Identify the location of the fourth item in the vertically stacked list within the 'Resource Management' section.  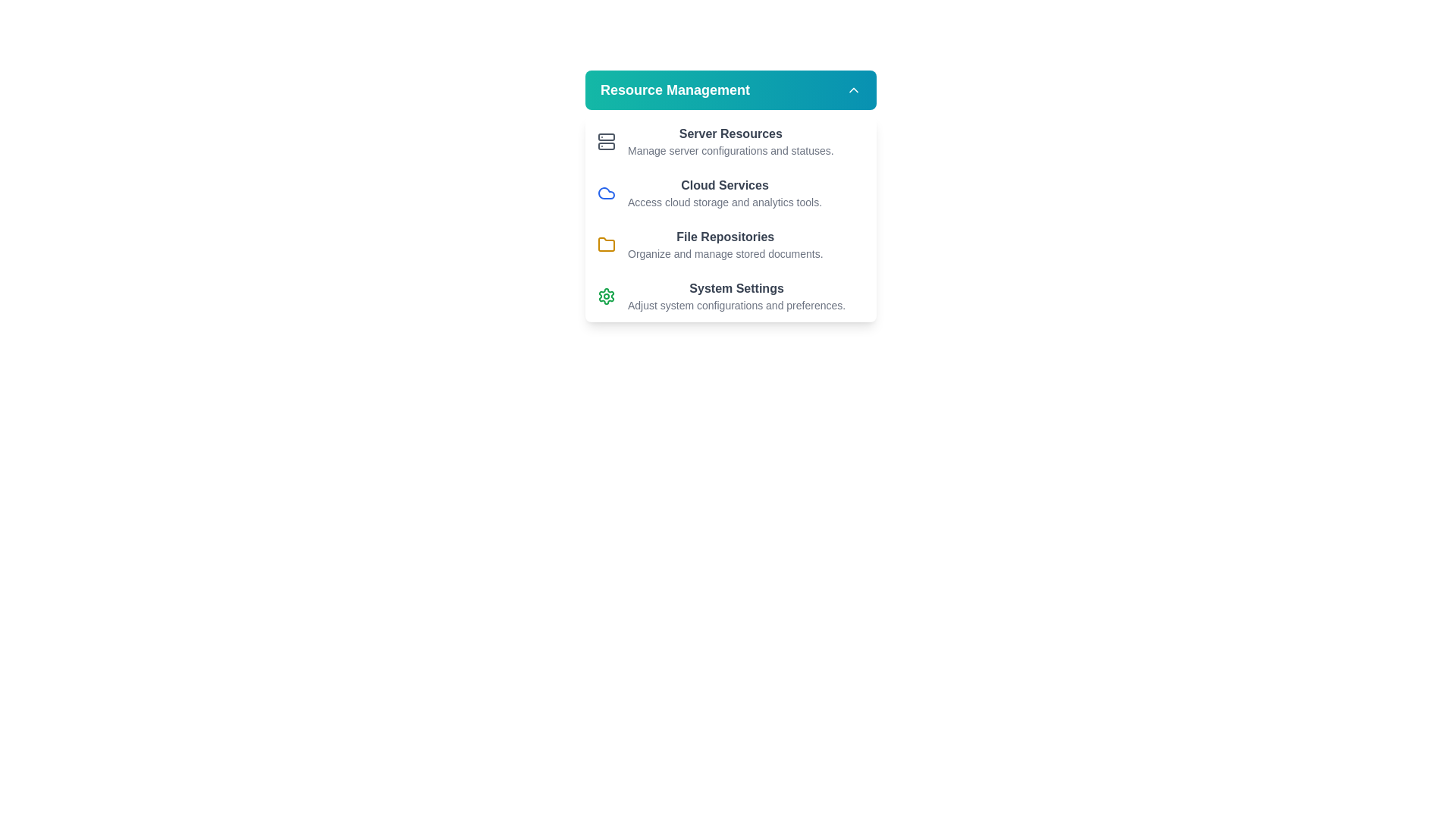
(736, 289).